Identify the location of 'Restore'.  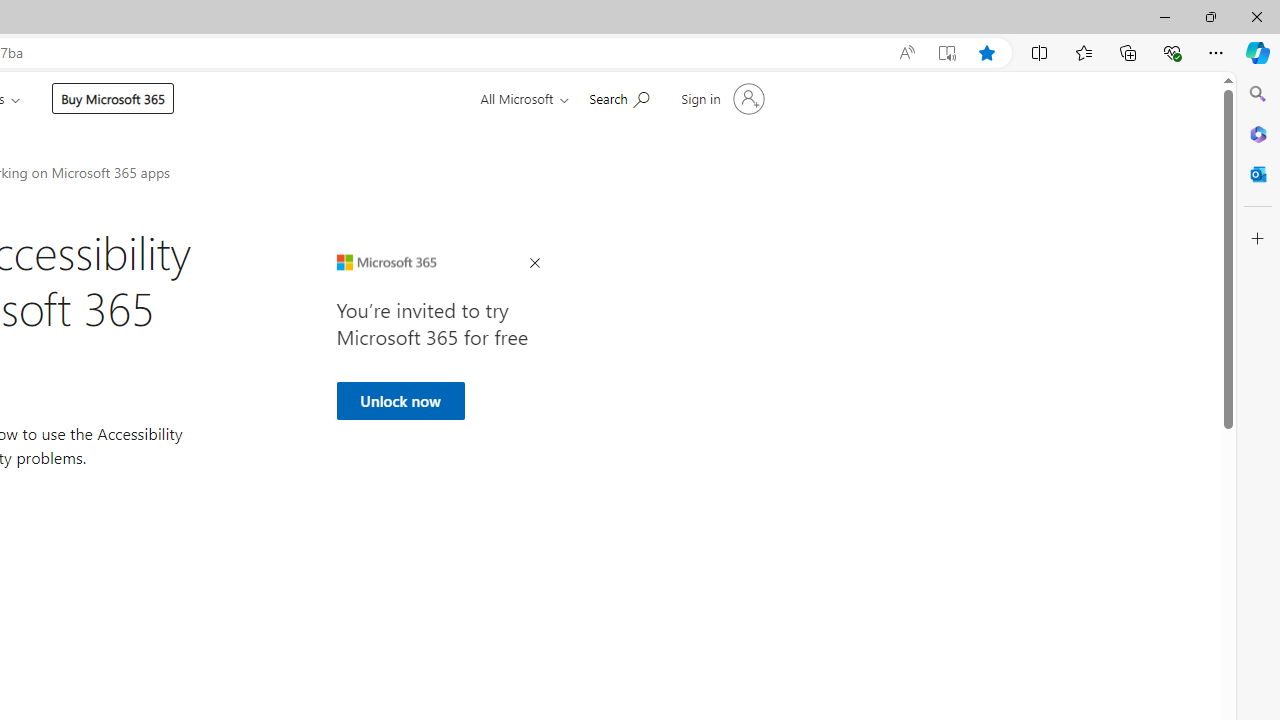
(1209, 16).